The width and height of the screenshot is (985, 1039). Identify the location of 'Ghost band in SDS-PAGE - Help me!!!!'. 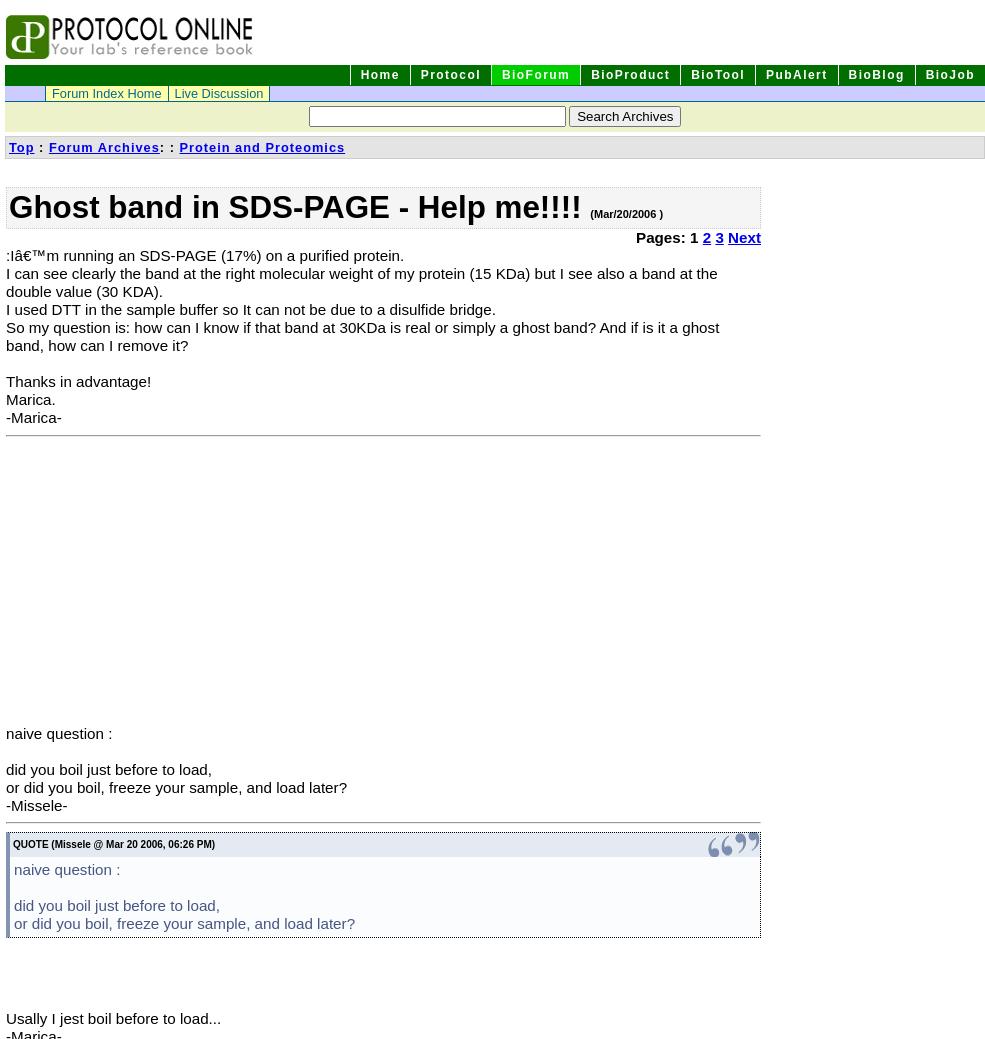
(299, 207).